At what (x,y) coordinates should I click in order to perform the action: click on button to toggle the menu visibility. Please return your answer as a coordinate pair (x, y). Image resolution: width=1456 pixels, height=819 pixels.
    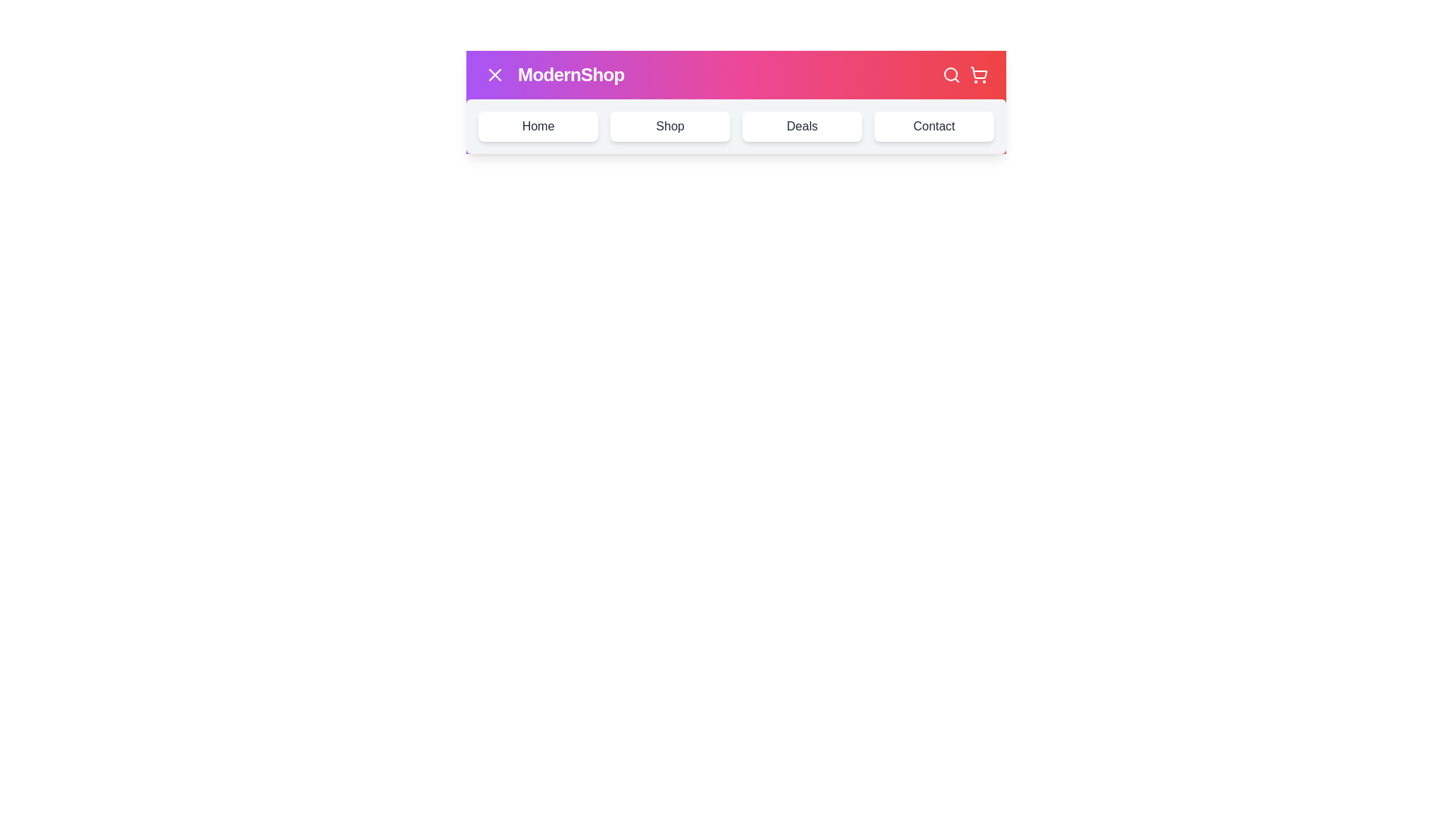
    Looking at the image, I should click on (494, 75).